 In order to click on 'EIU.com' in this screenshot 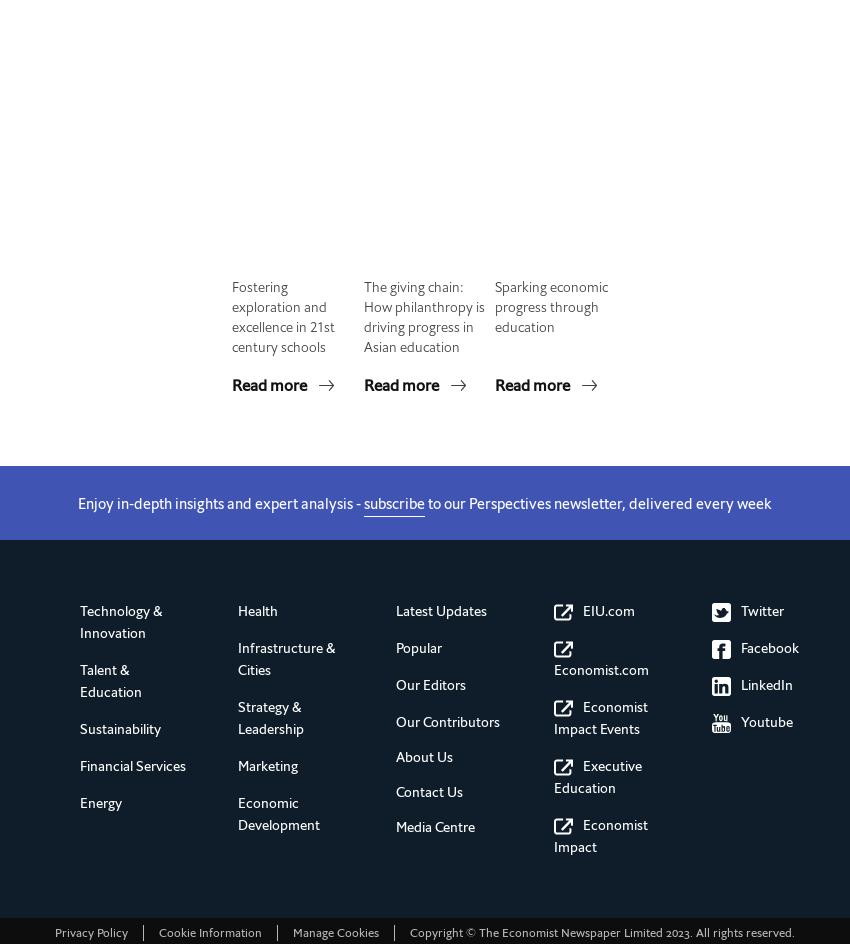, I will do `click(583, 611)`.